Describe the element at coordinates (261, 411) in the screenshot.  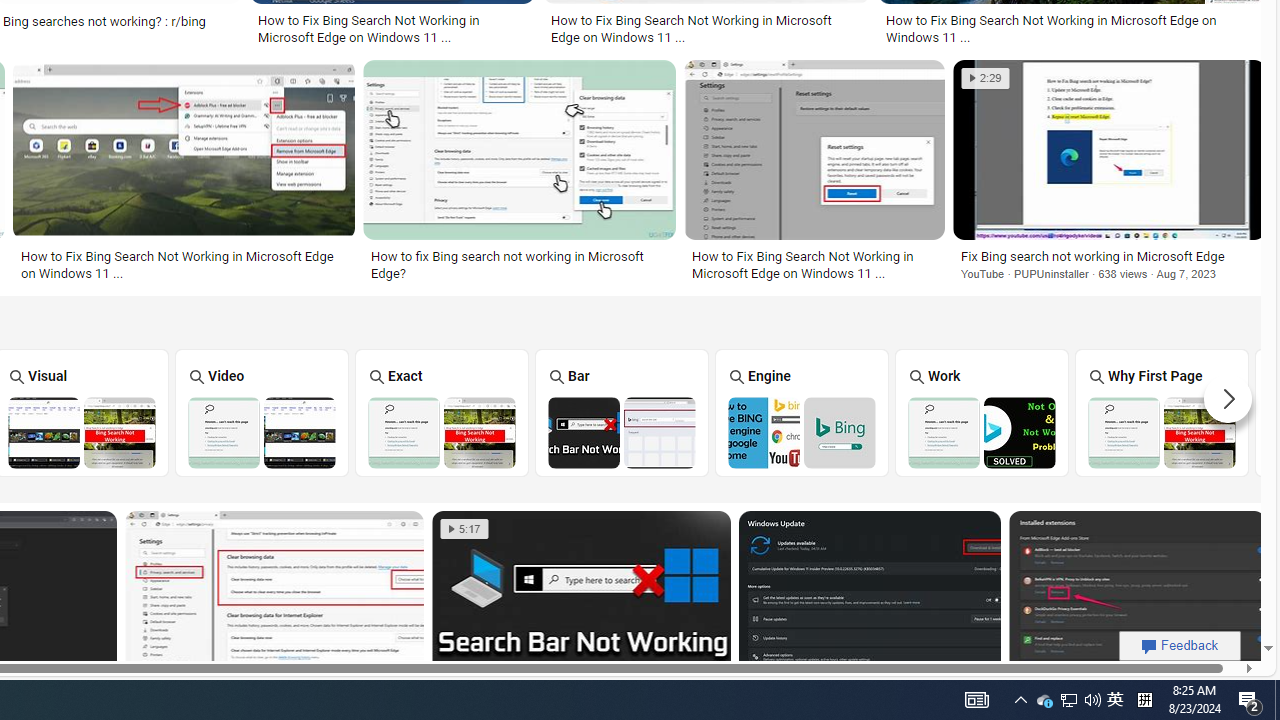
I see `'Video'` at that location.